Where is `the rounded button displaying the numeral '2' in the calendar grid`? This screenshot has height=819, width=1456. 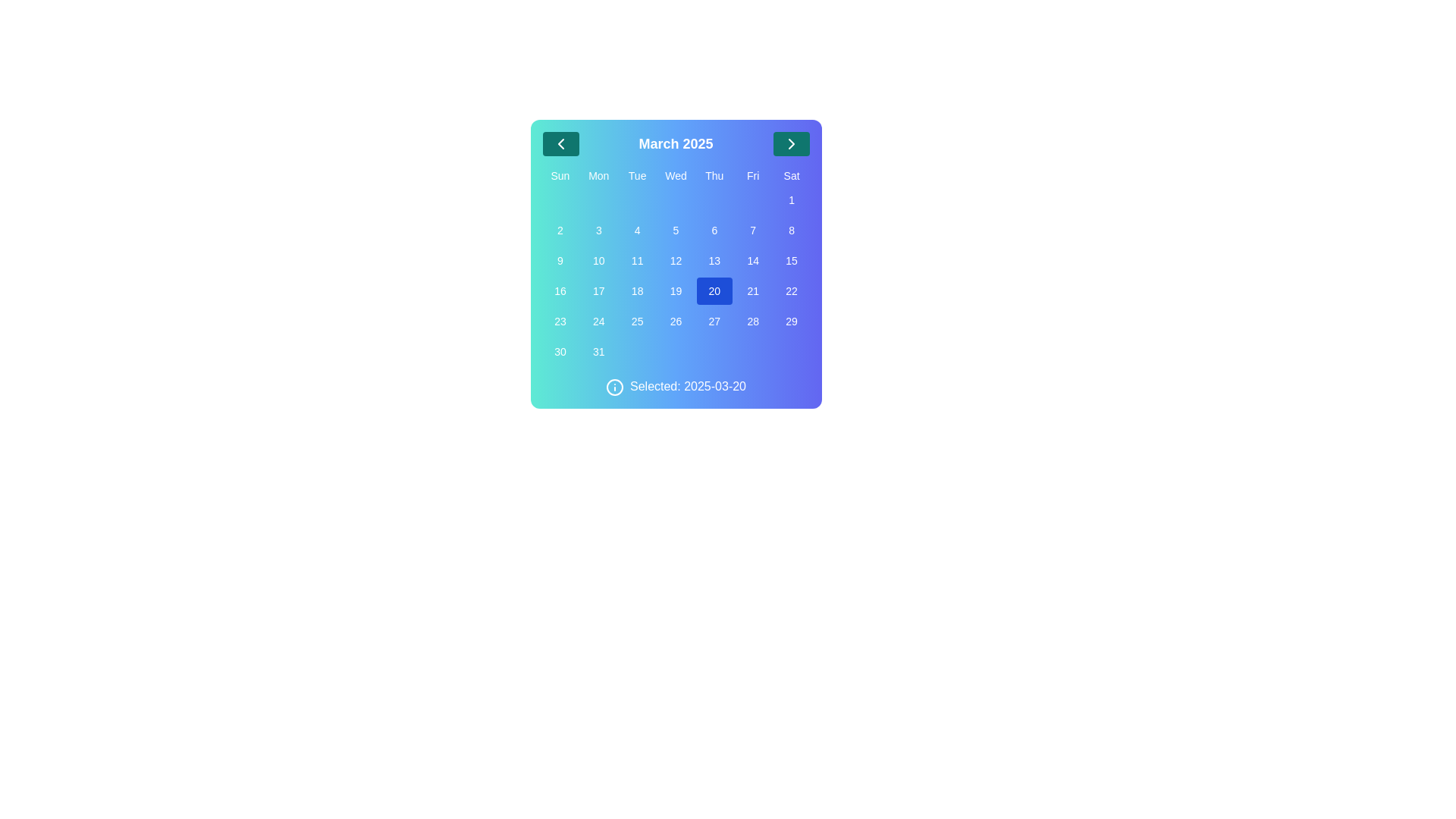
the rounded button displaying the numeral '2' in the calendar grid is located at coordinates (560, 231).